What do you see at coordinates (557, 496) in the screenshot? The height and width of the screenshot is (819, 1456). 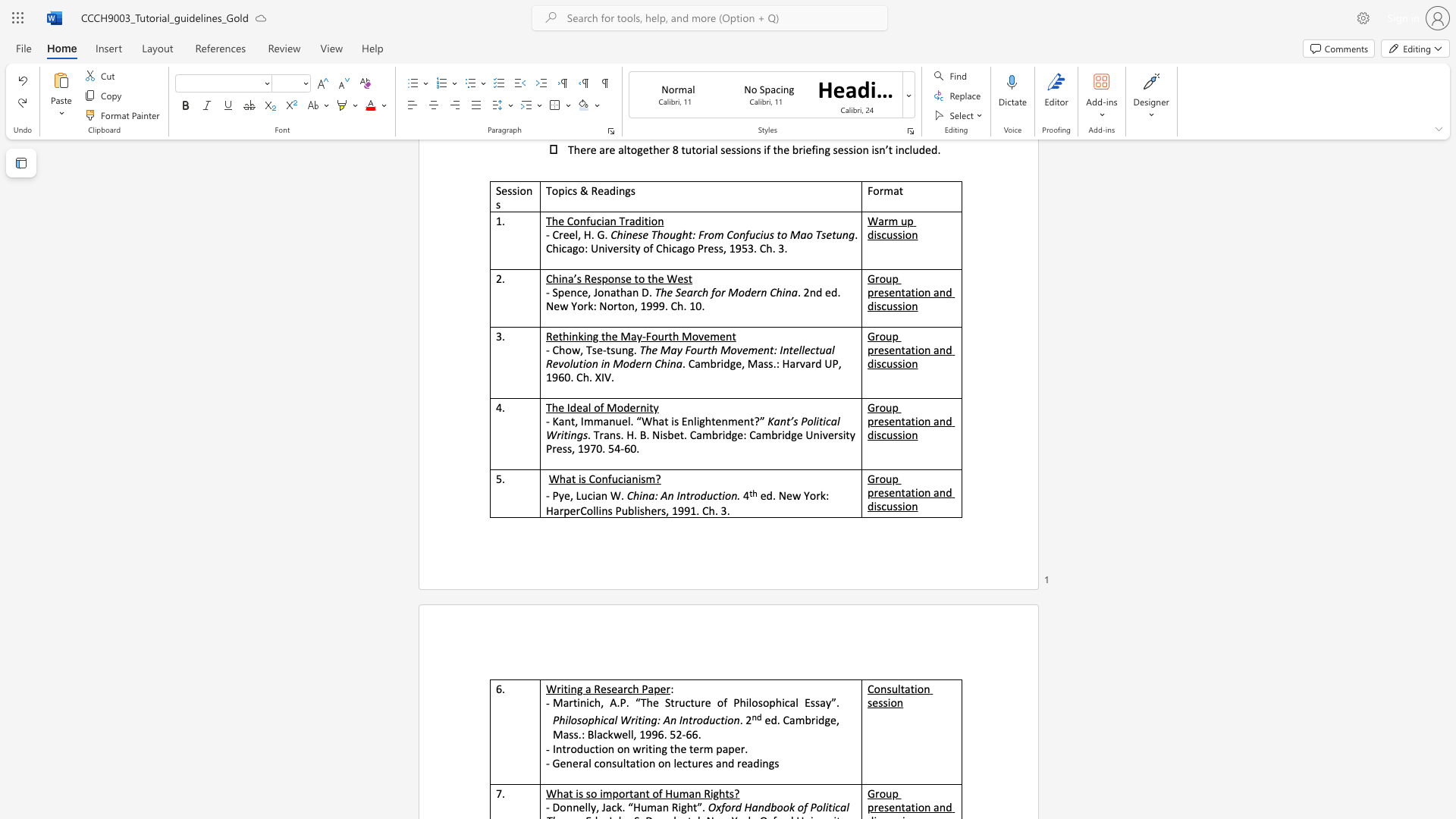 I see `the subset text "ye, Lucia" within the text "- Pye, Lucian W."` at bounding box center [557, 496].